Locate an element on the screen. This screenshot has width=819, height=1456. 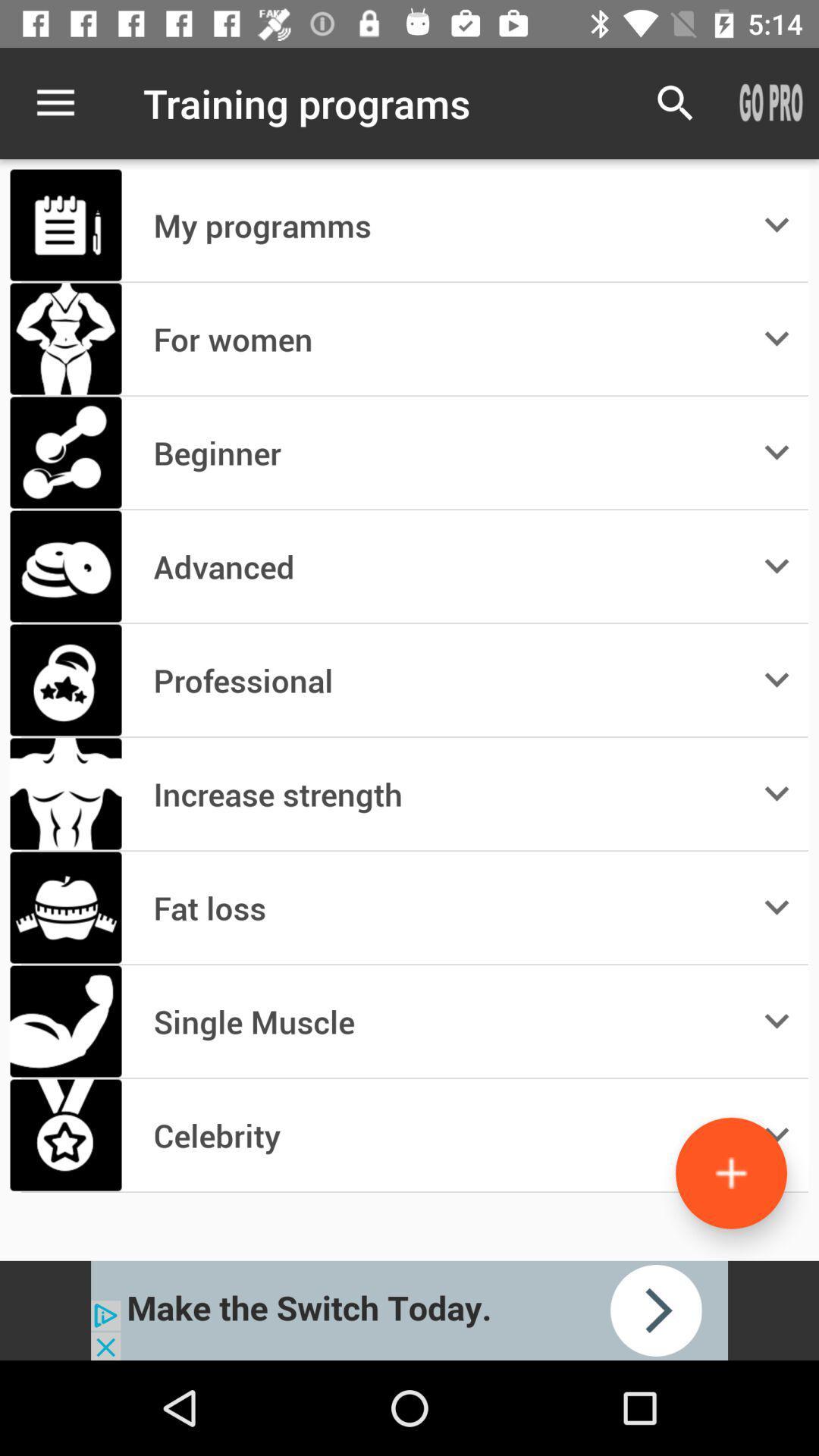
post is located at coordinates (730, 1172).